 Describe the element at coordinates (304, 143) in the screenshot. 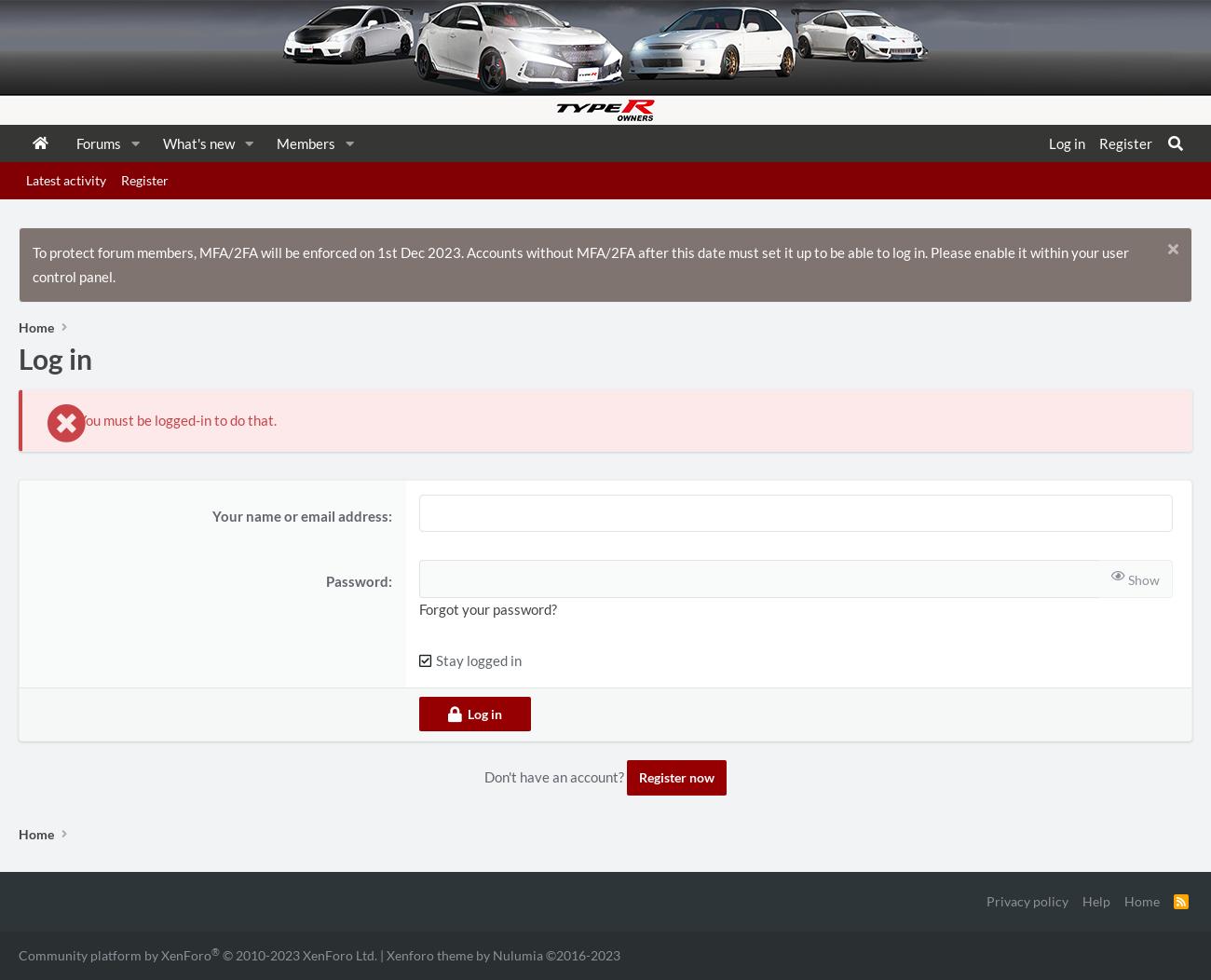

I see `'Members'` at that location.